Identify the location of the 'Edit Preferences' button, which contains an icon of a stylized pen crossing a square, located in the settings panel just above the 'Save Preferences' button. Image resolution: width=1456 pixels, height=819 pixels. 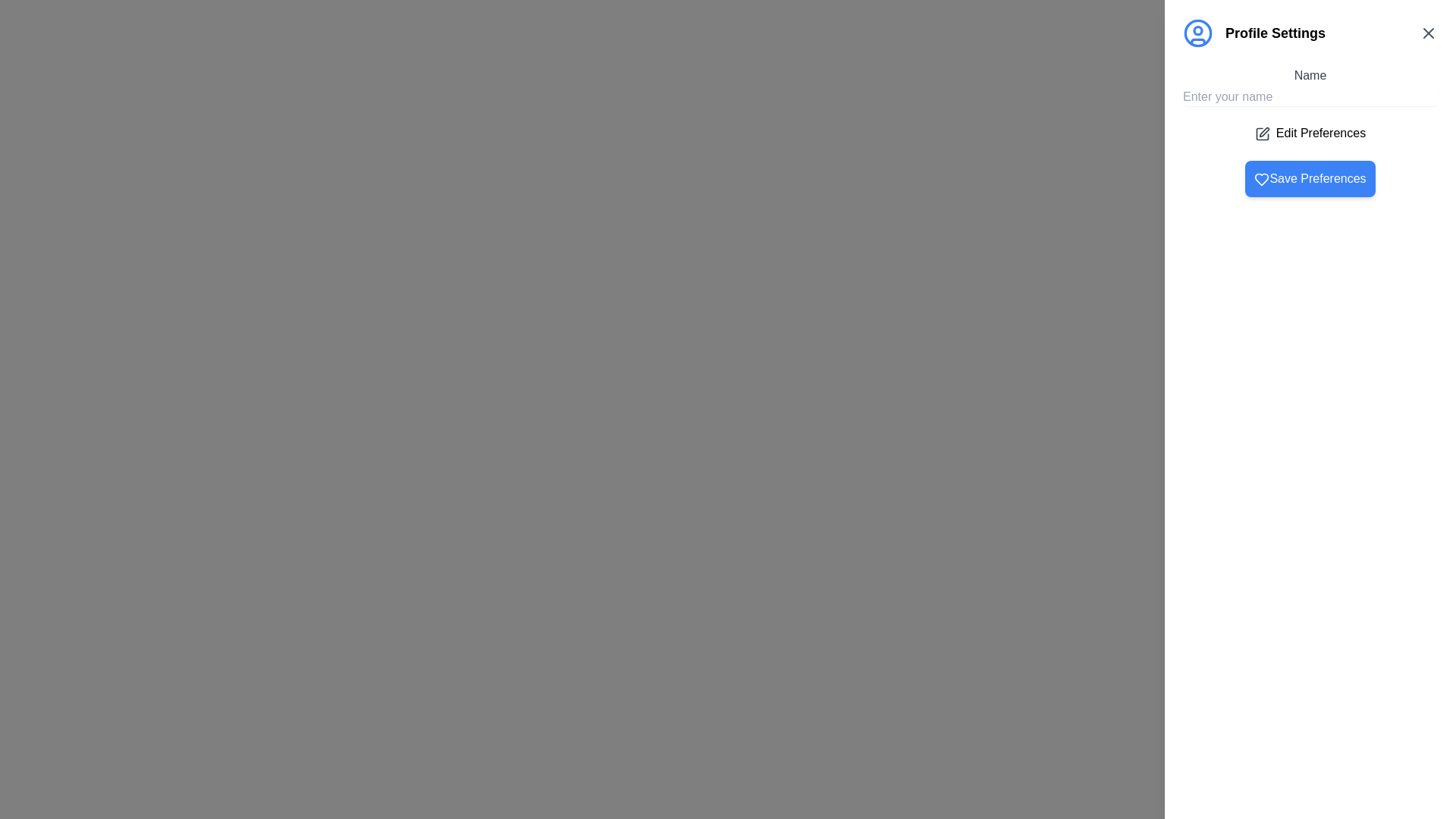
(1264, 131).